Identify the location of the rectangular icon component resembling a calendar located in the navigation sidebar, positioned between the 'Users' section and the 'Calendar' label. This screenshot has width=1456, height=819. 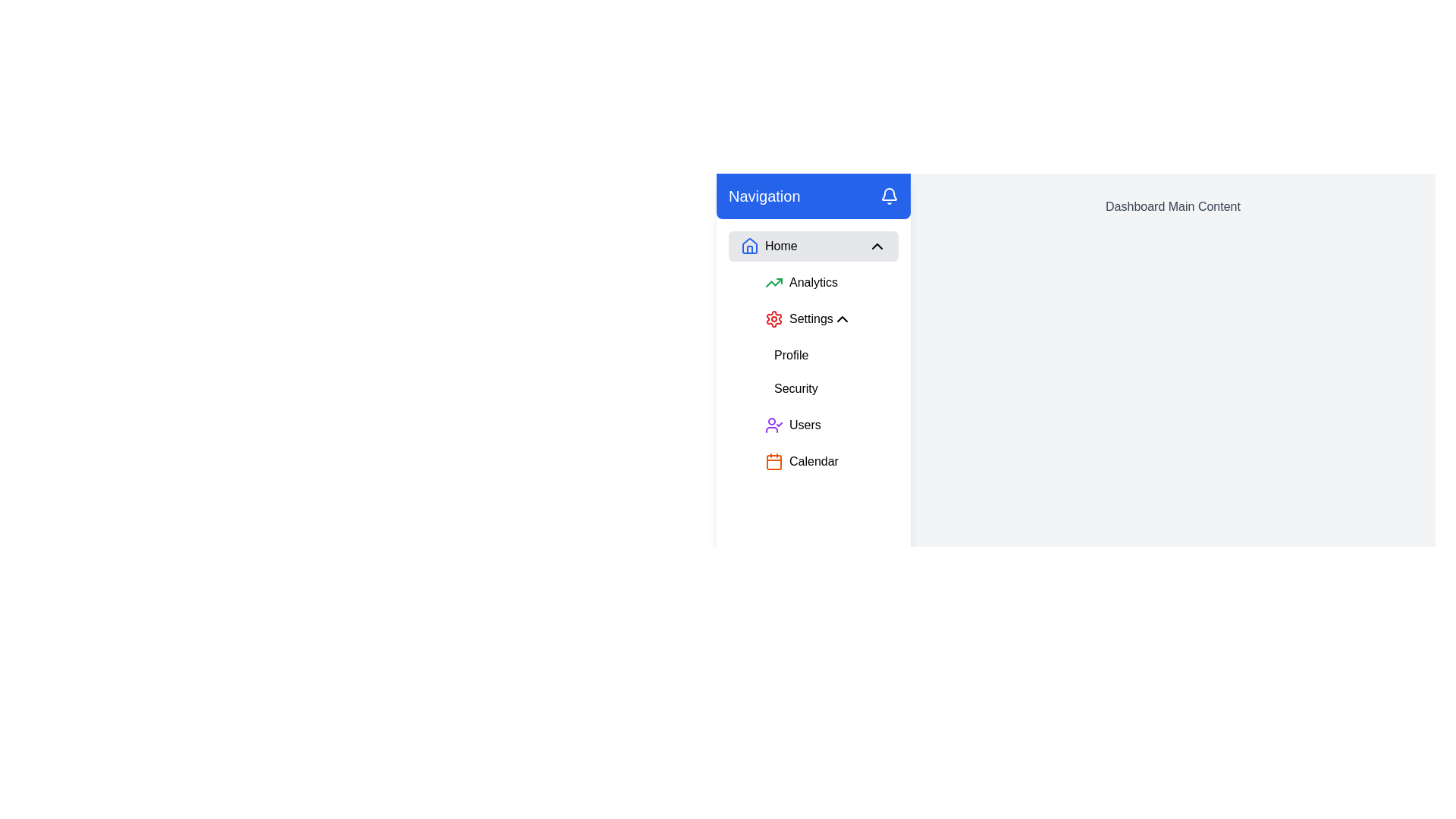
(774, 461).